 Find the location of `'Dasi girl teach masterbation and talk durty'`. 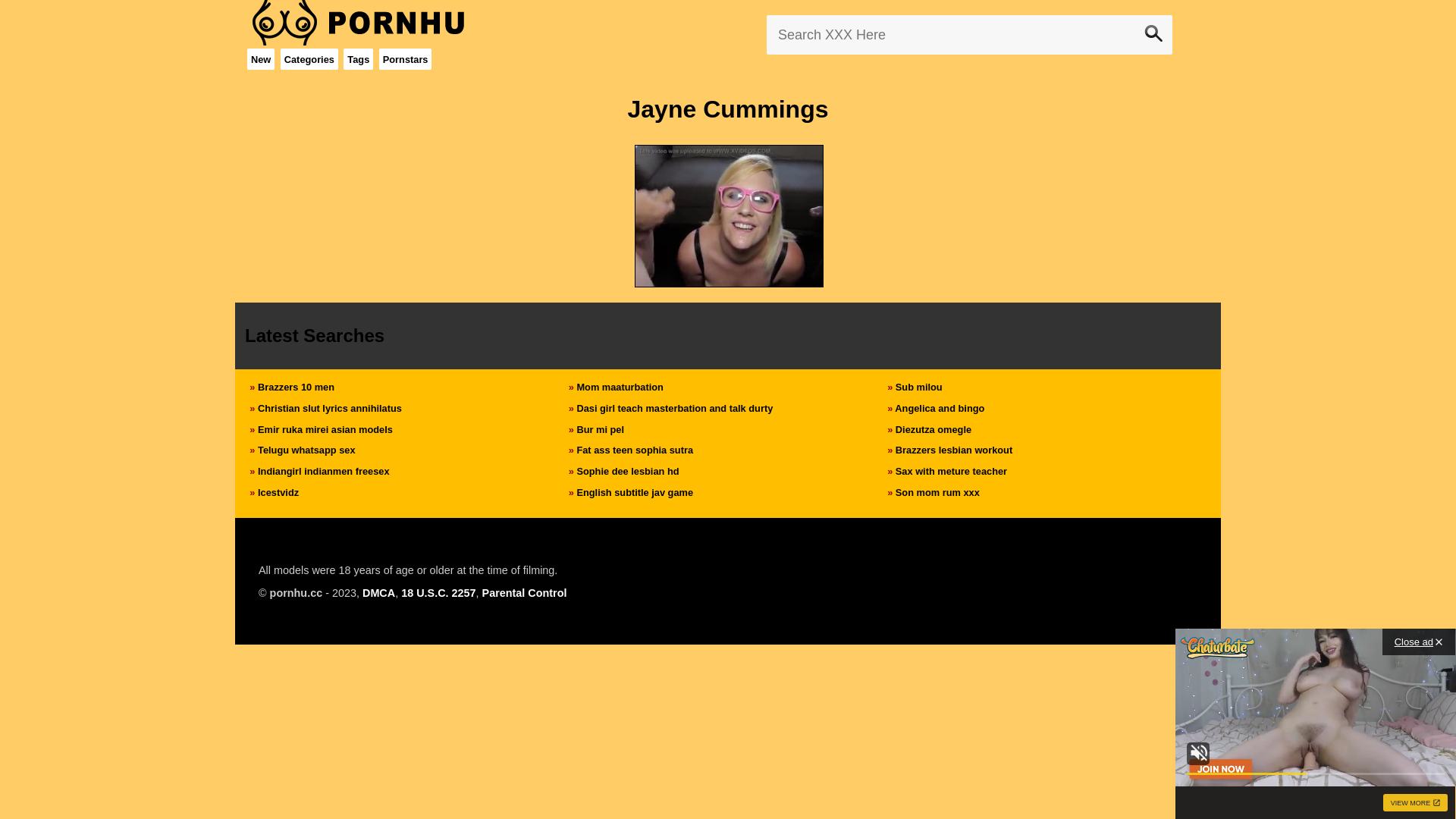

'Dasi girl teach masterbation and talk durty' is located at coordinates (673, 407).